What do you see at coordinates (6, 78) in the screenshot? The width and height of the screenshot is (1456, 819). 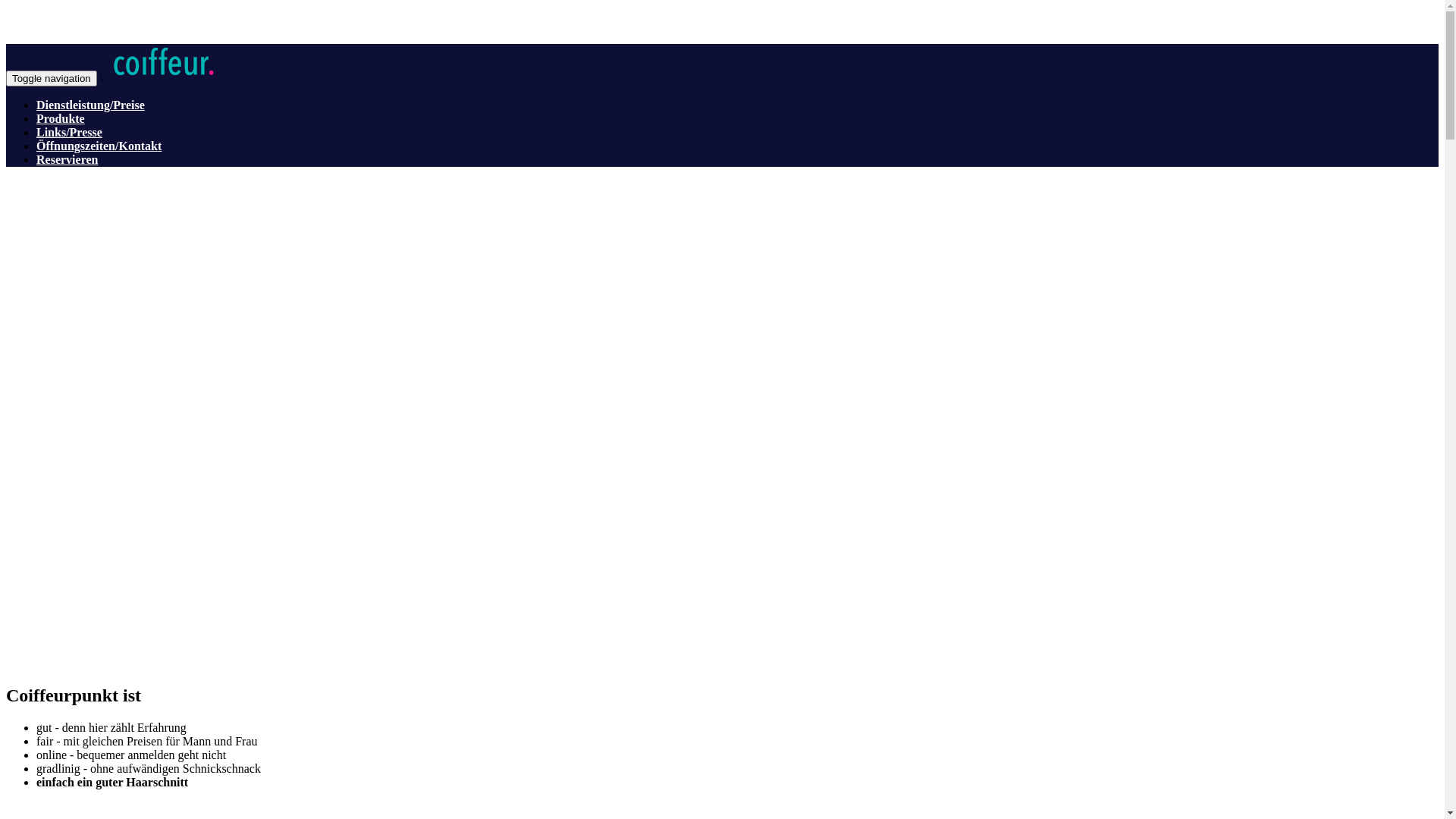 I see `'Toggle navigation'` at bounding box center [6, 78].